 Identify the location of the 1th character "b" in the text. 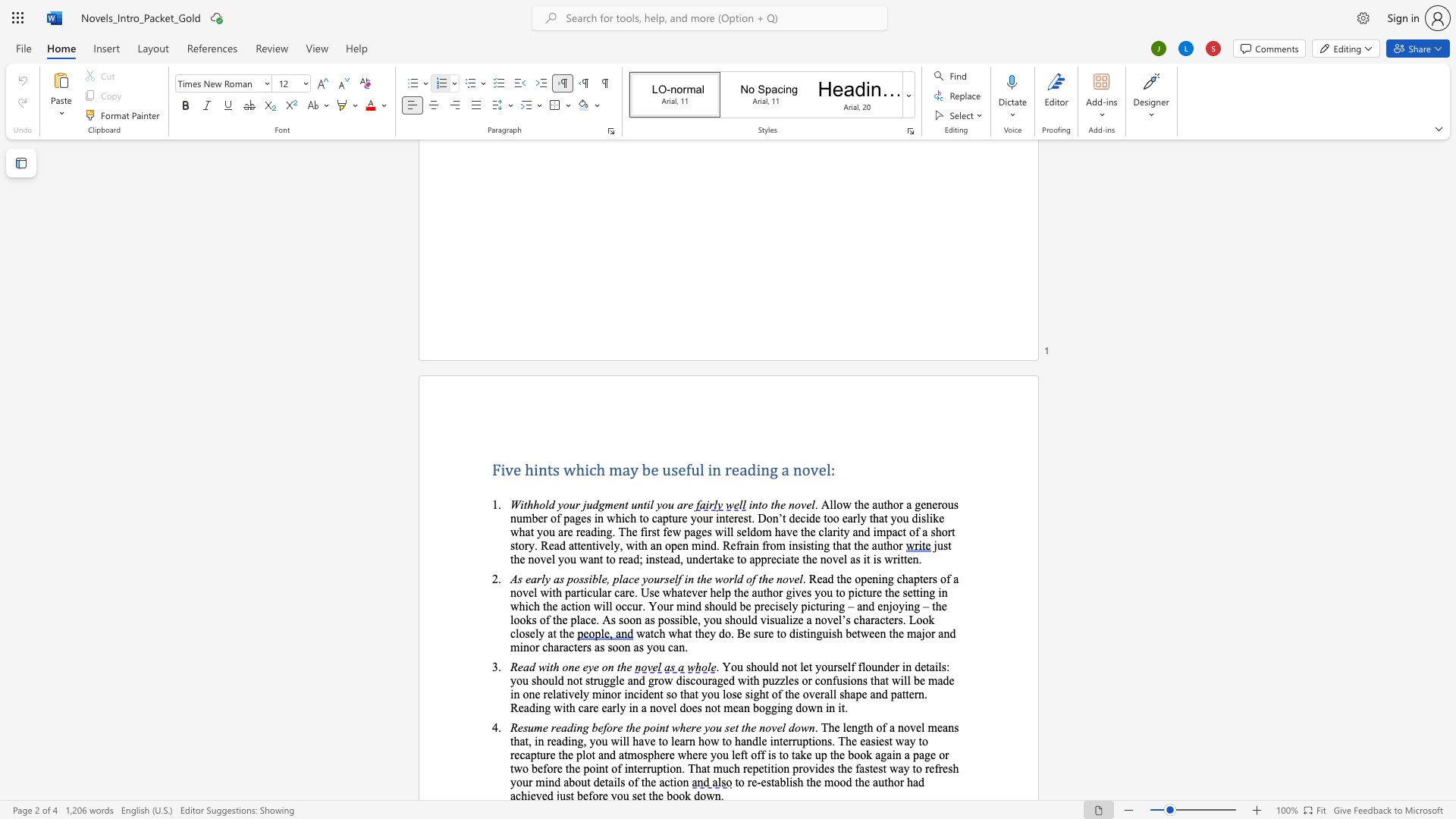
(571, 782).